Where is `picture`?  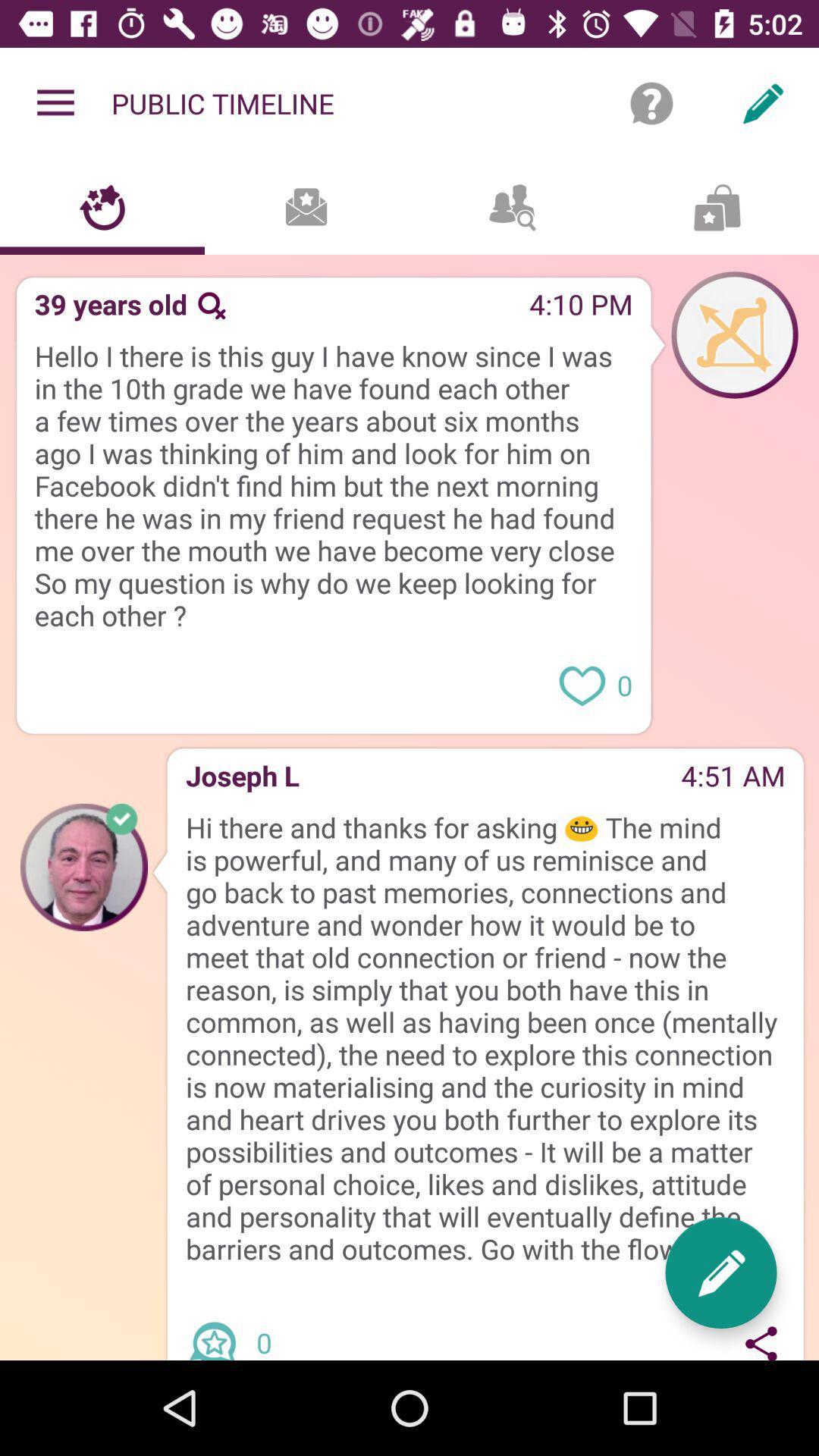
picture is located at coordinates (84, 867).